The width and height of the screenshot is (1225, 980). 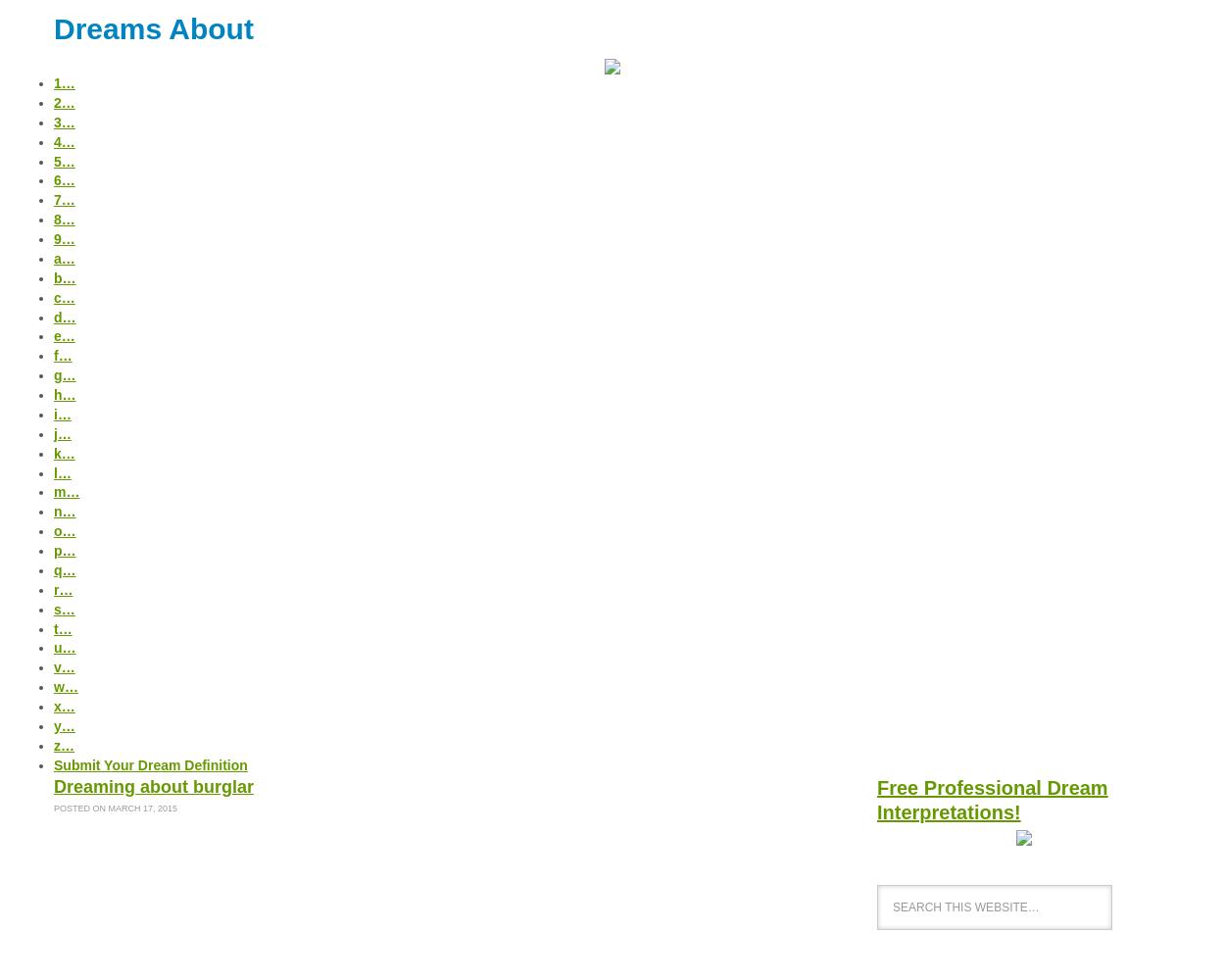 I want to click on 'q…', so click(x=64, y=568).